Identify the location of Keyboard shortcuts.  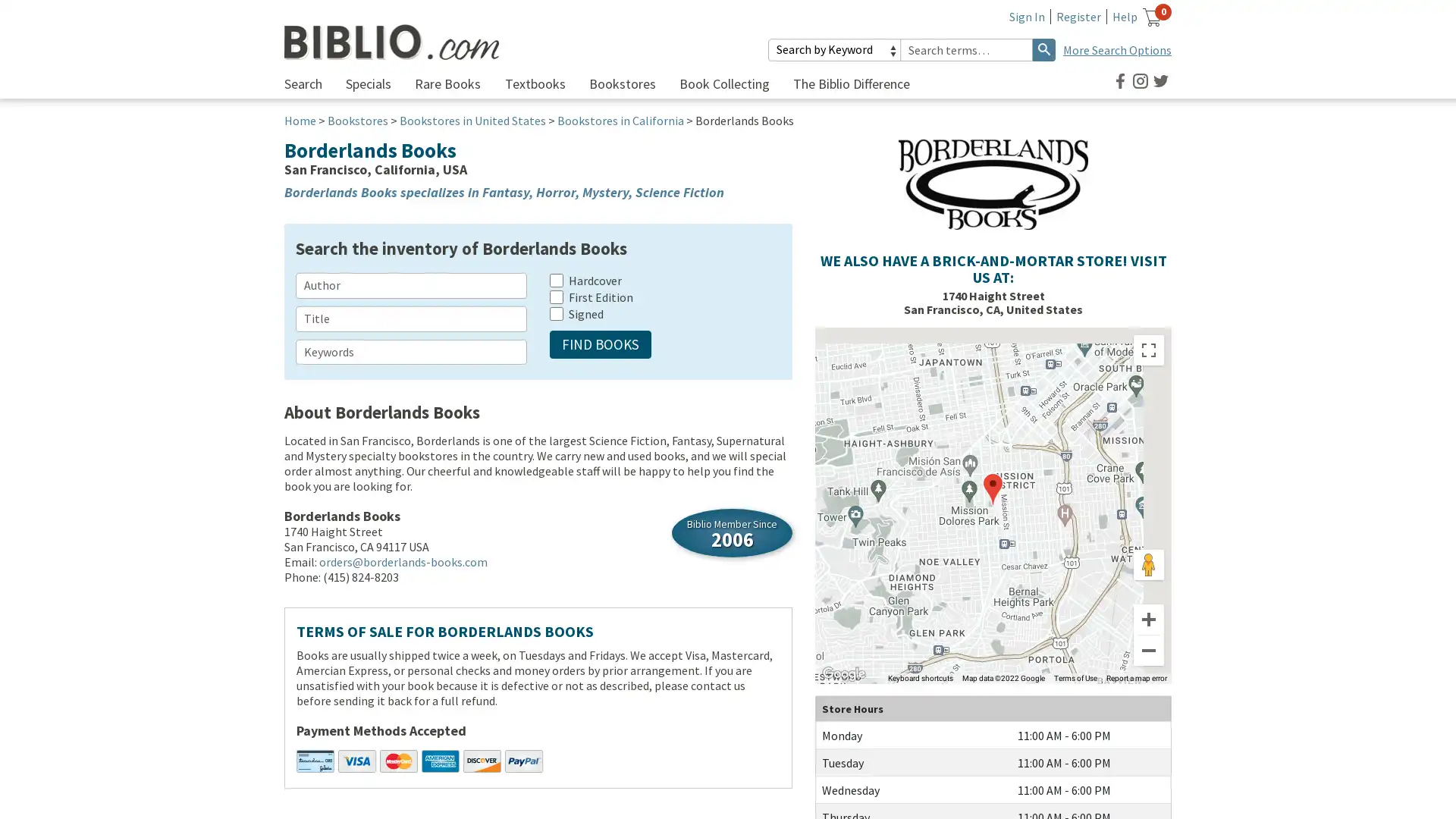
(920, 677).